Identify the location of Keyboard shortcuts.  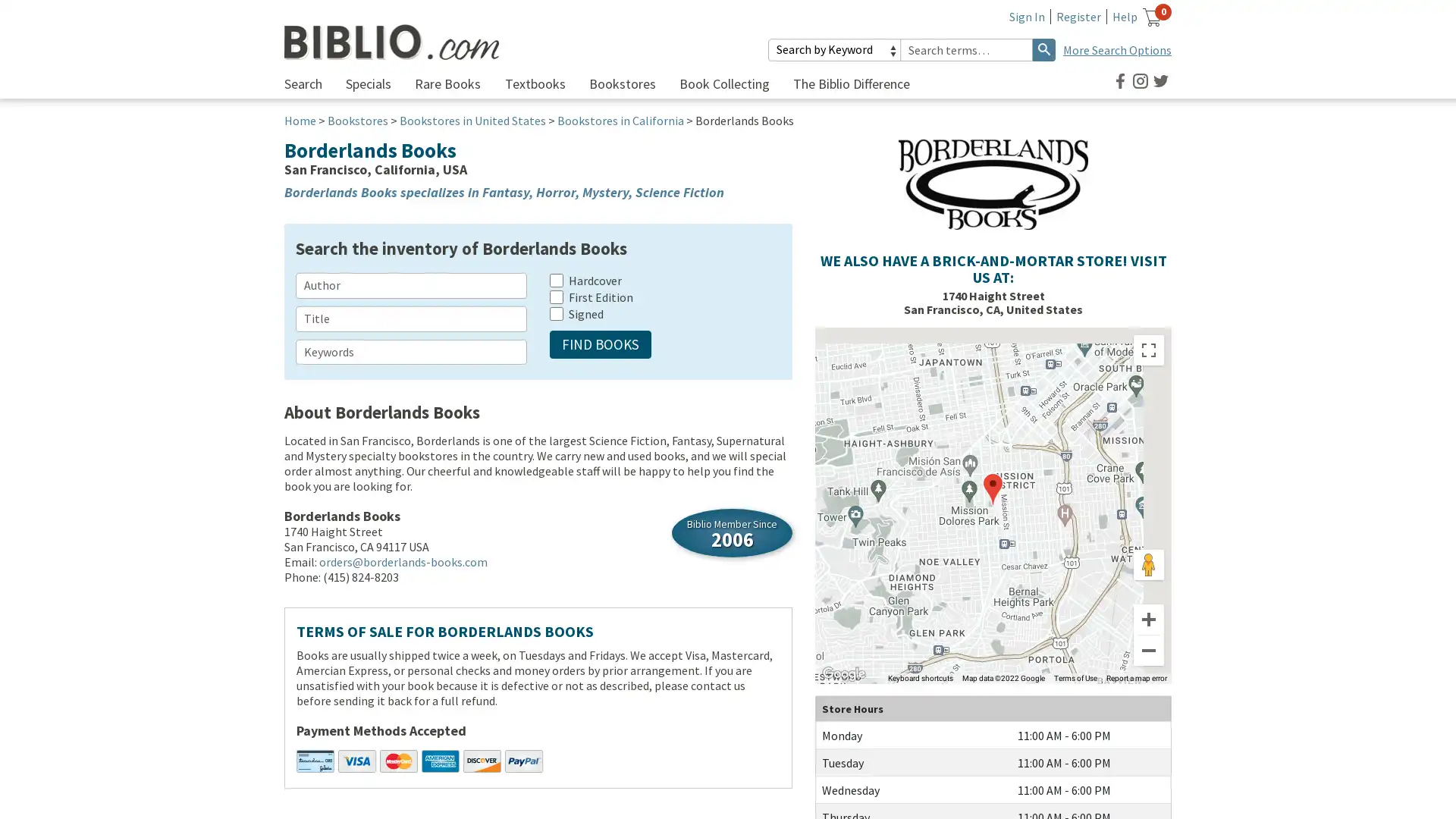
(920, 677).